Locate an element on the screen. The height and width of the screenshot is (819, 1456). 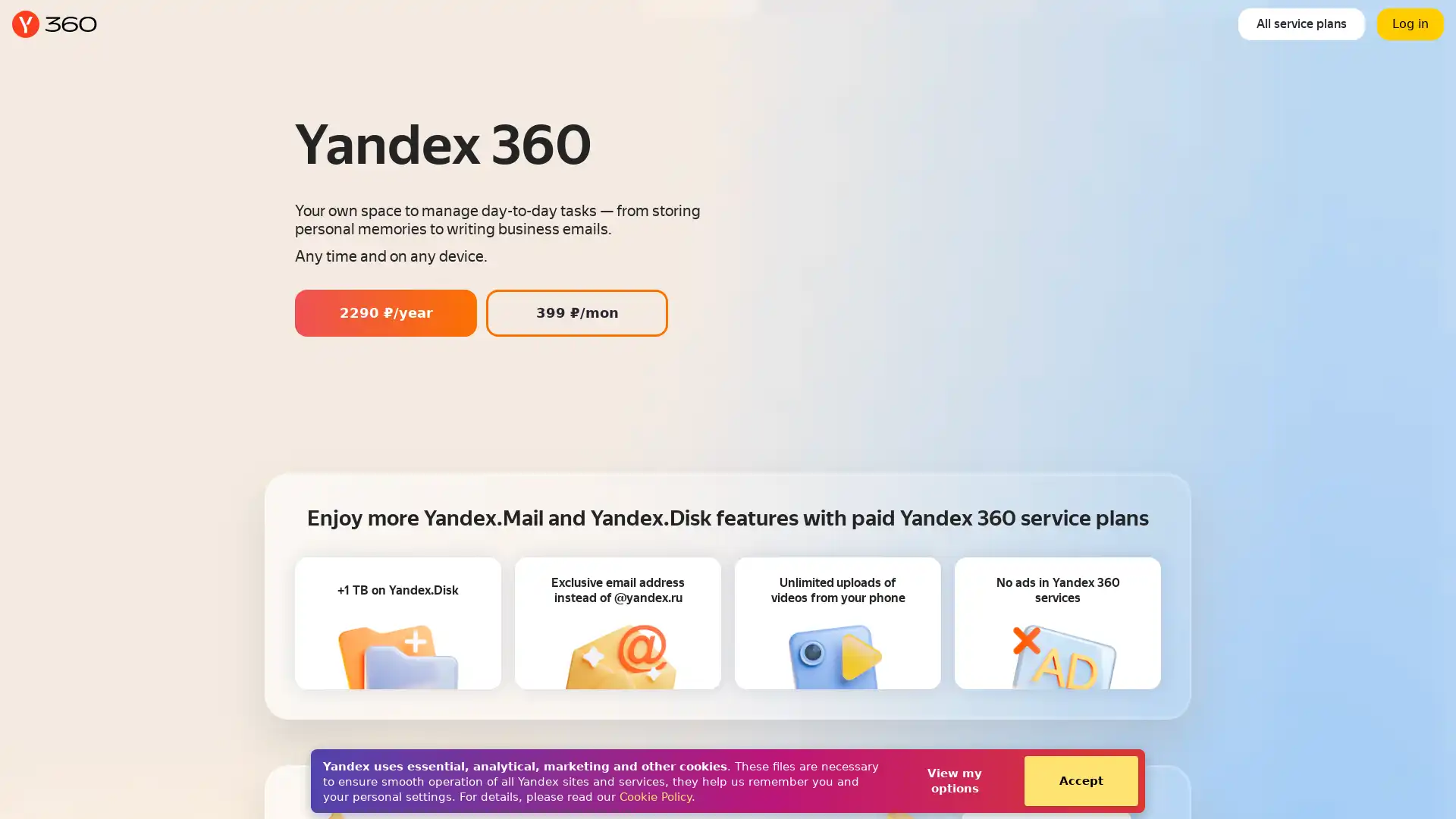
399 /mon is located at coordinates (576, 312).